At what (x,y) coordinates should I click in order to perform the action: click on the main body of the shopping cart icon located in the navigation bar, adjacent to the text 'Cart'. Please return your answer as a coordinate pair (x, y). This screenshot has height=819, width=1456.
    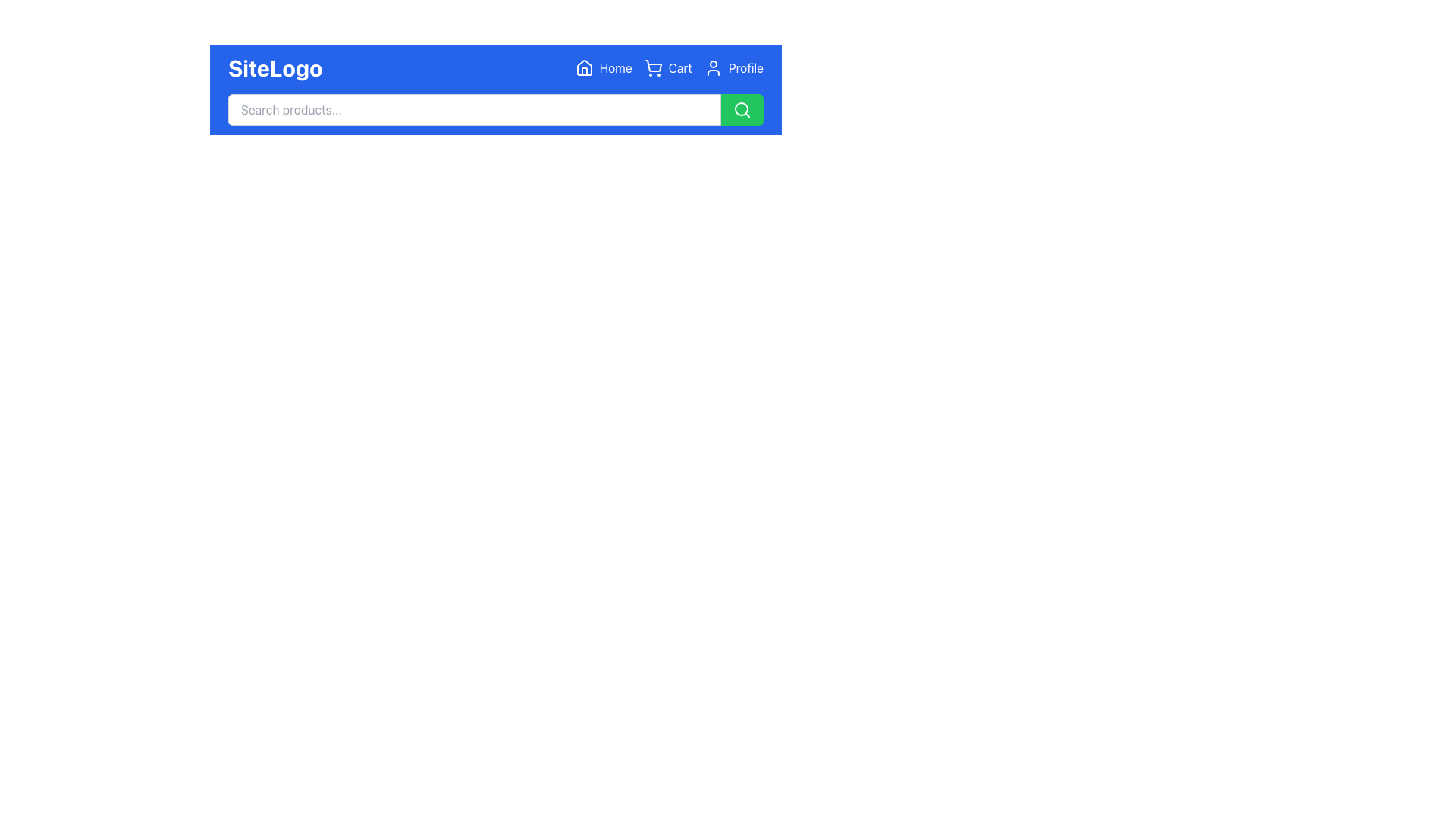
    Looking at the image, I should click on (653, 65).